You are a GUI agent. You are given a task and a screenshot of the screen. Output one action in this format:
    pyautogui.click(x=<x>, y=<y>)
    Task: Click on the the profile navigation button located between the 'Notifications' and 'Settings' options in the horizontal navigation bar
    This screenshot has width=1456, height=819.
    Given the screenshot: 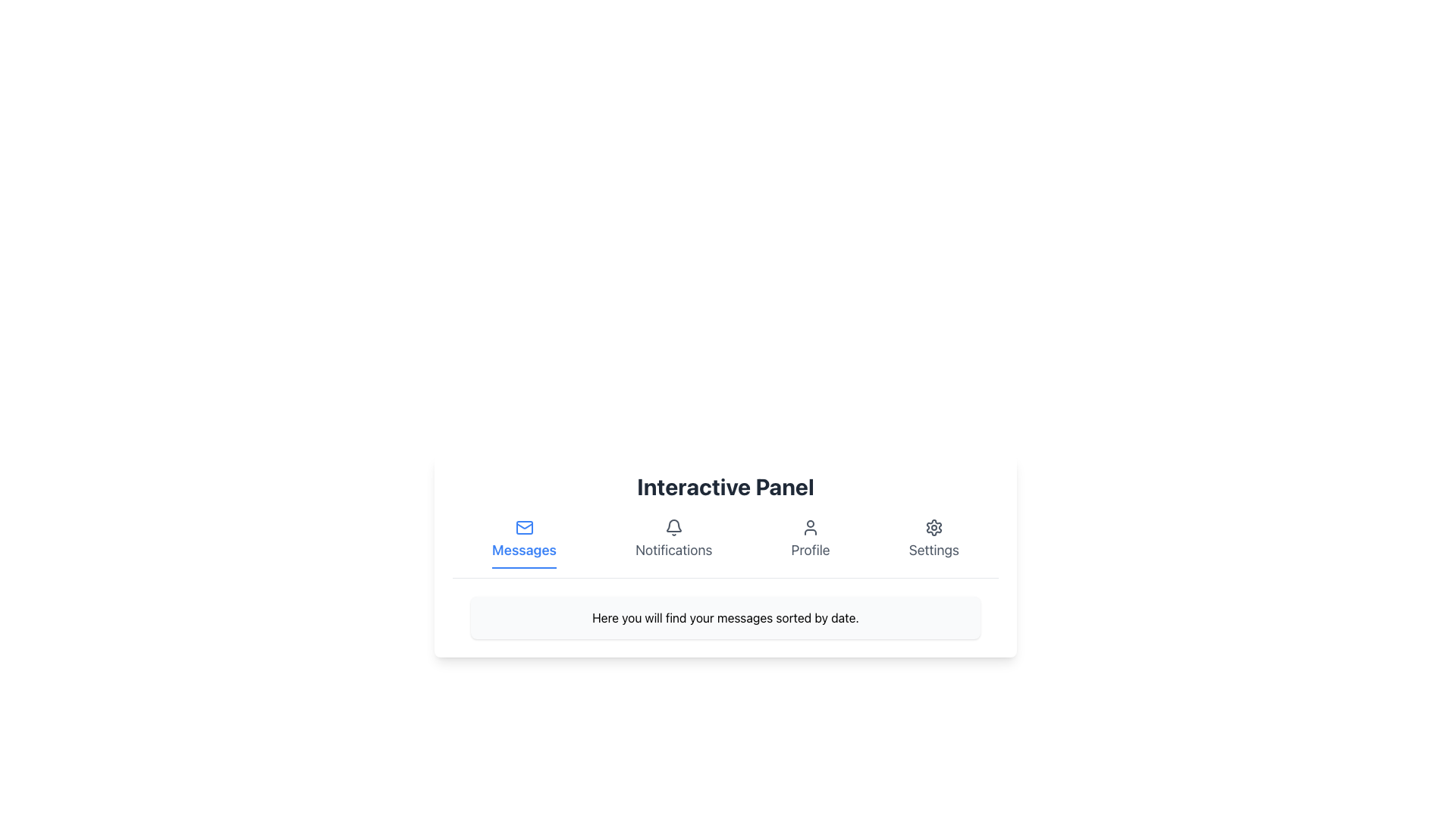 What is the action you would take?
    pyautogui.click(x=810, y=543)
    